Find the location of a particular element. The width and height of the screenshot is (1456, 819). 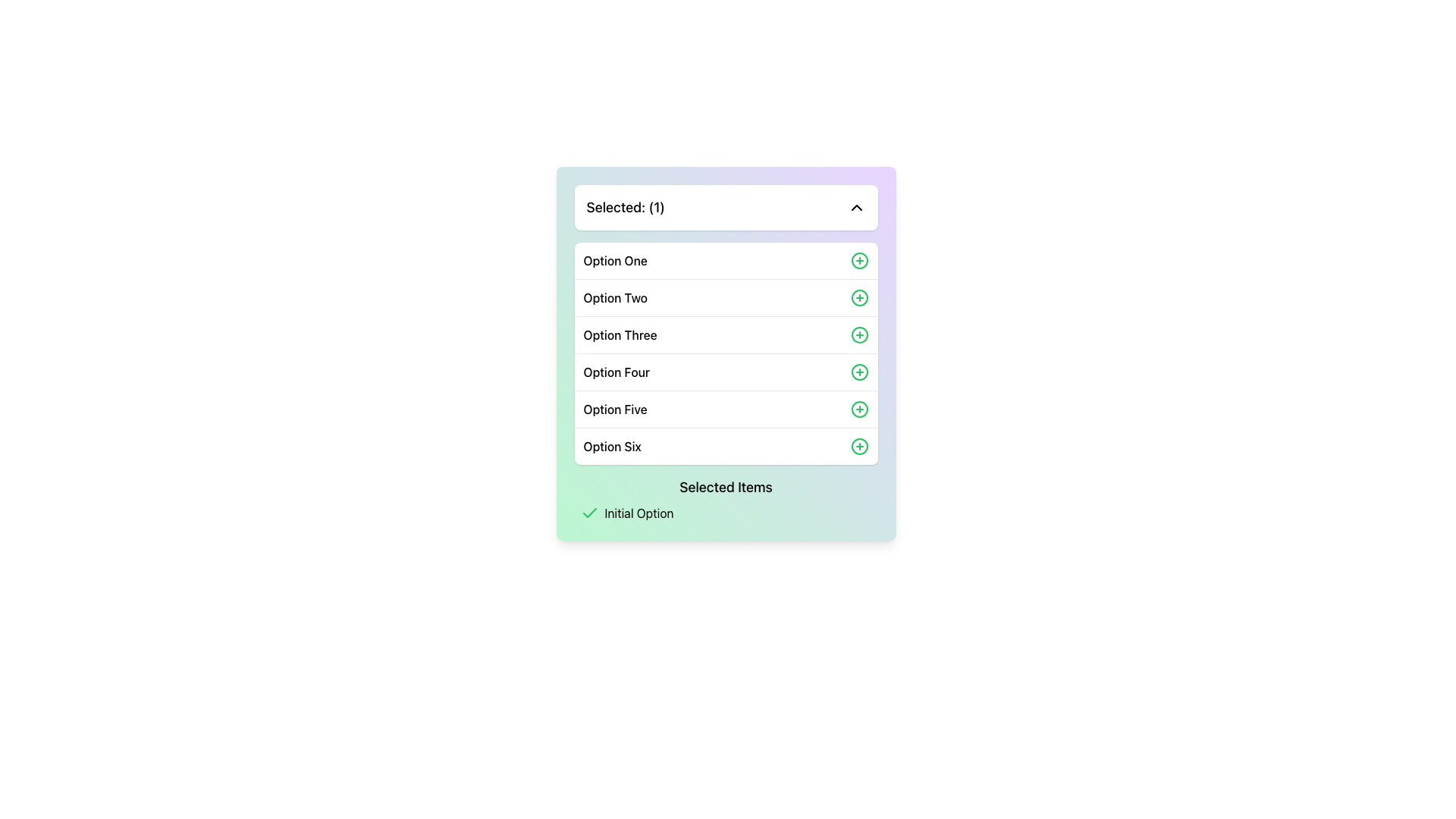

the text label that reads 'Option Six', which is the sixth item in the dropdown menu positioned just below 'Option Five' is located at coordinates (612, 446).